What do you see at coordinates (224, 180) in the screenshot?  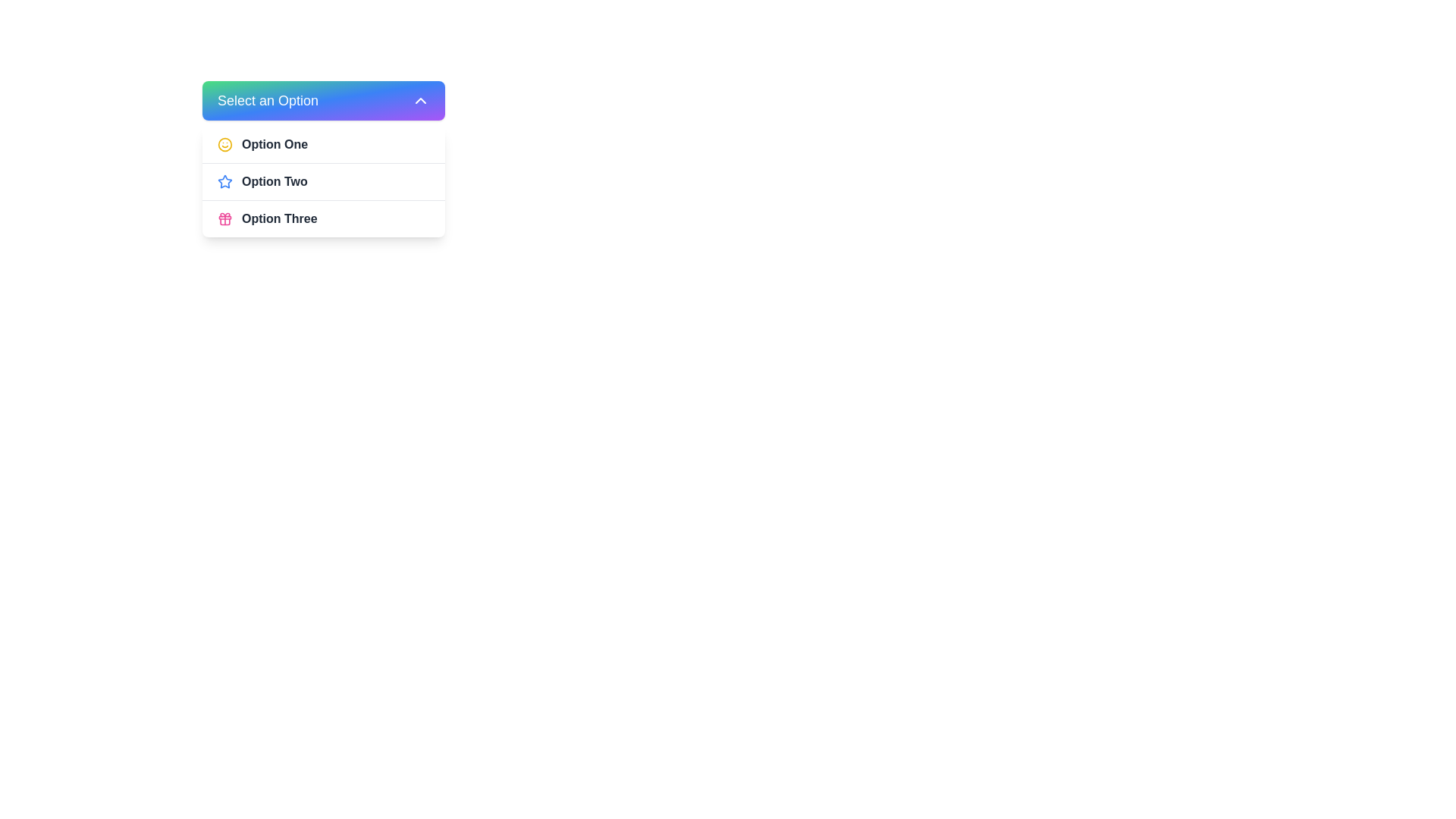 I see `the star icon located to the left of the text label 'Option Two'` at bounding box center [224, 180].